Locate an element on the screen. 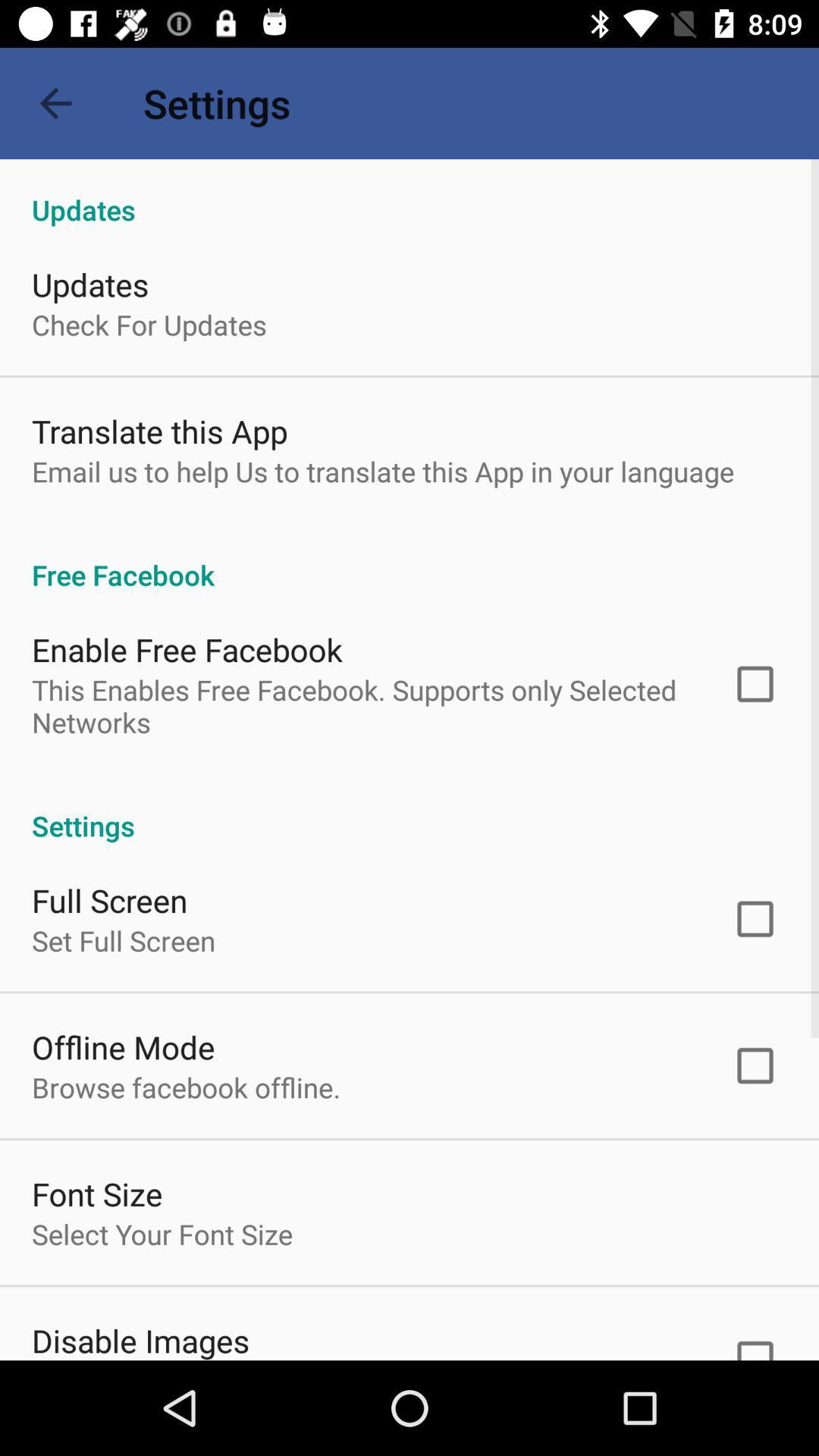 This screenshot has height=1456, width=819. icon below enable free facebook item is located at coordinates (362, 705).